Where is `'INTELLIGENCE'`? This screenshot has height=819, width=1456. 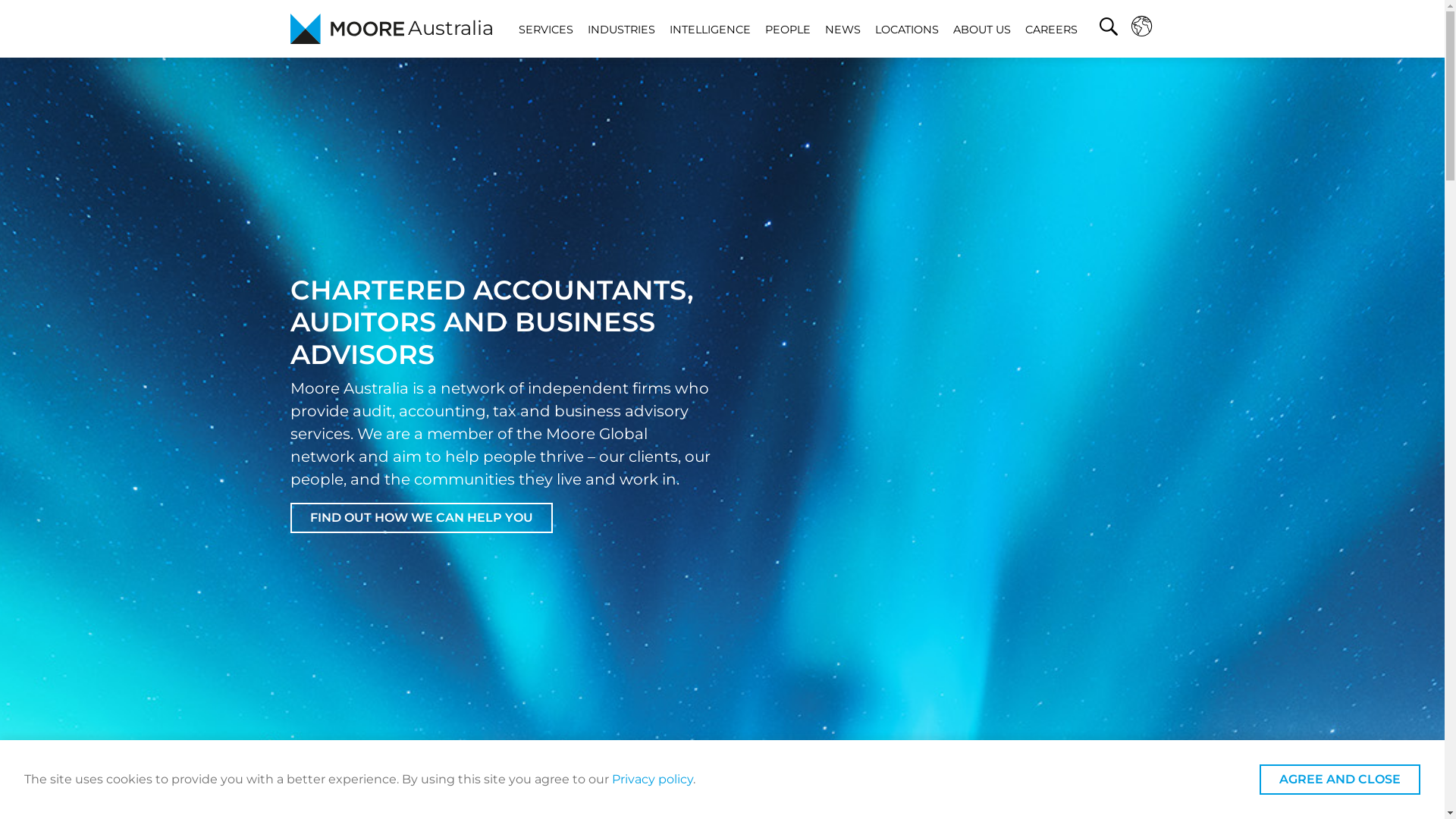 'INTELLIGENCE' is located at coordinates (709, 29).